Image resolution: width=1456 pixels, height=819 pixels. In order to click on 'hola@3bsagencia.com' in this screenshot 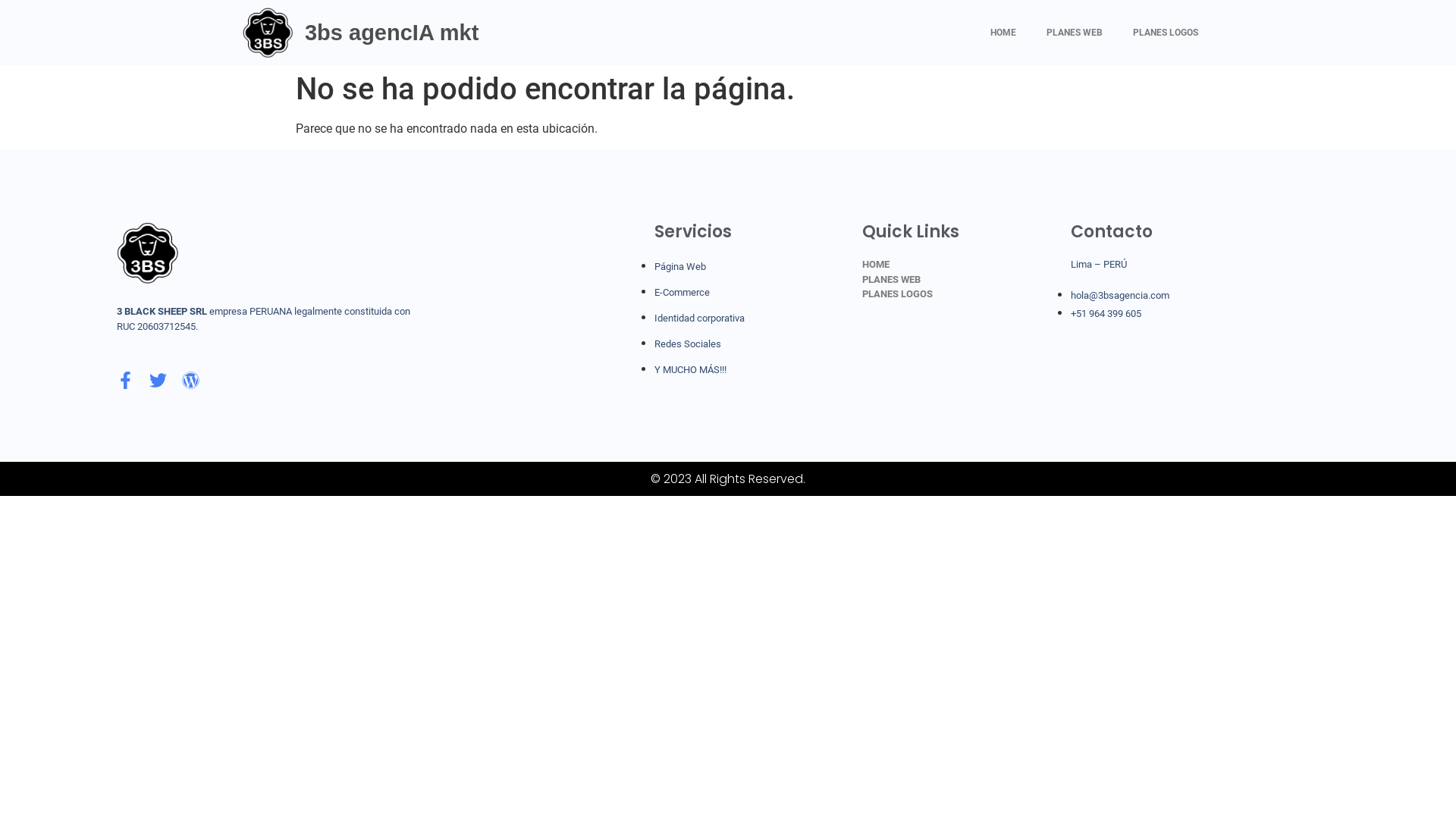, I will do `click(1069, 295)`.